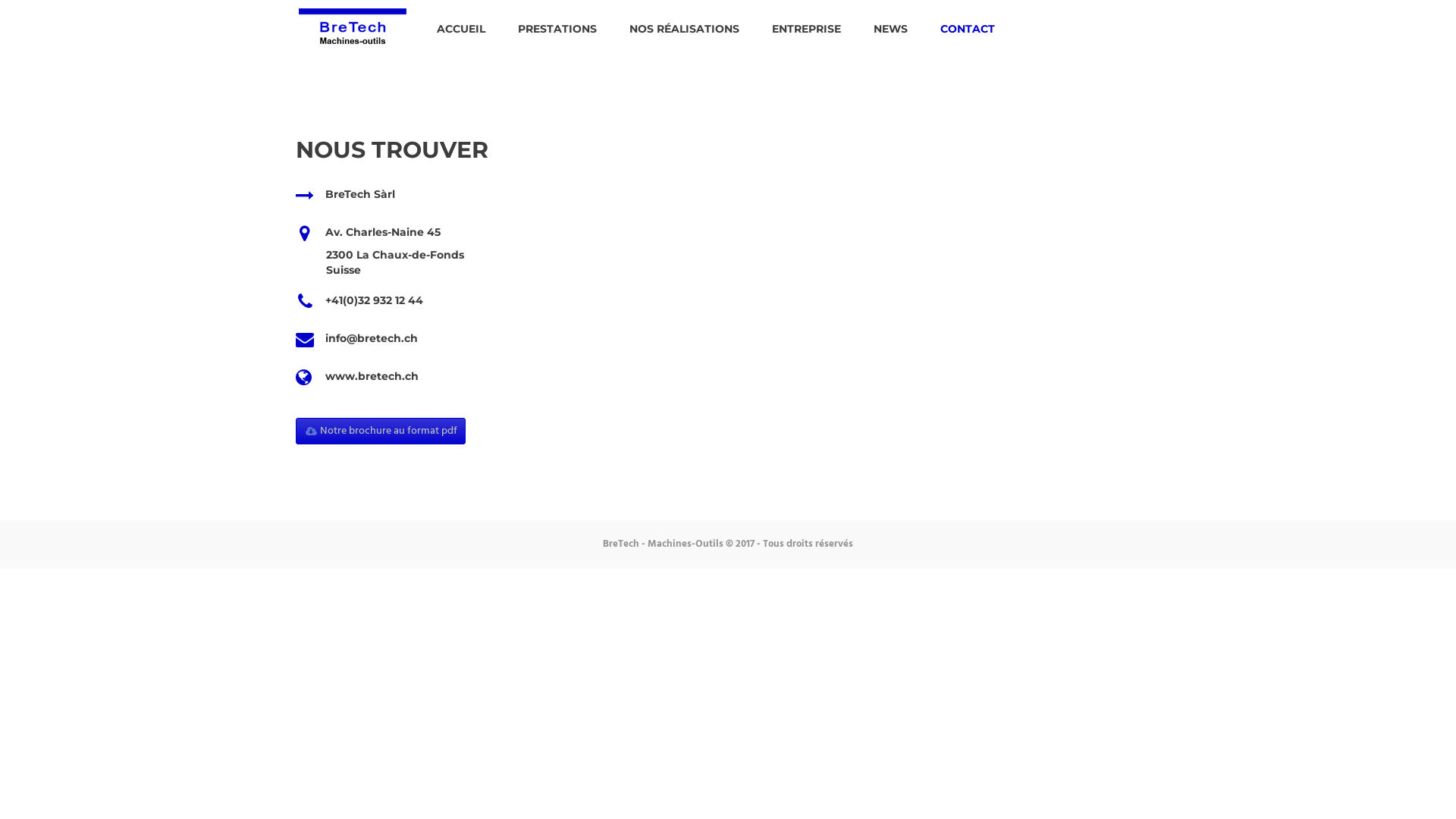  What do you see at coordinates (460, 29) in the screenshot?
I see `'ACCUEIL'` at bounding box center [460, 29].